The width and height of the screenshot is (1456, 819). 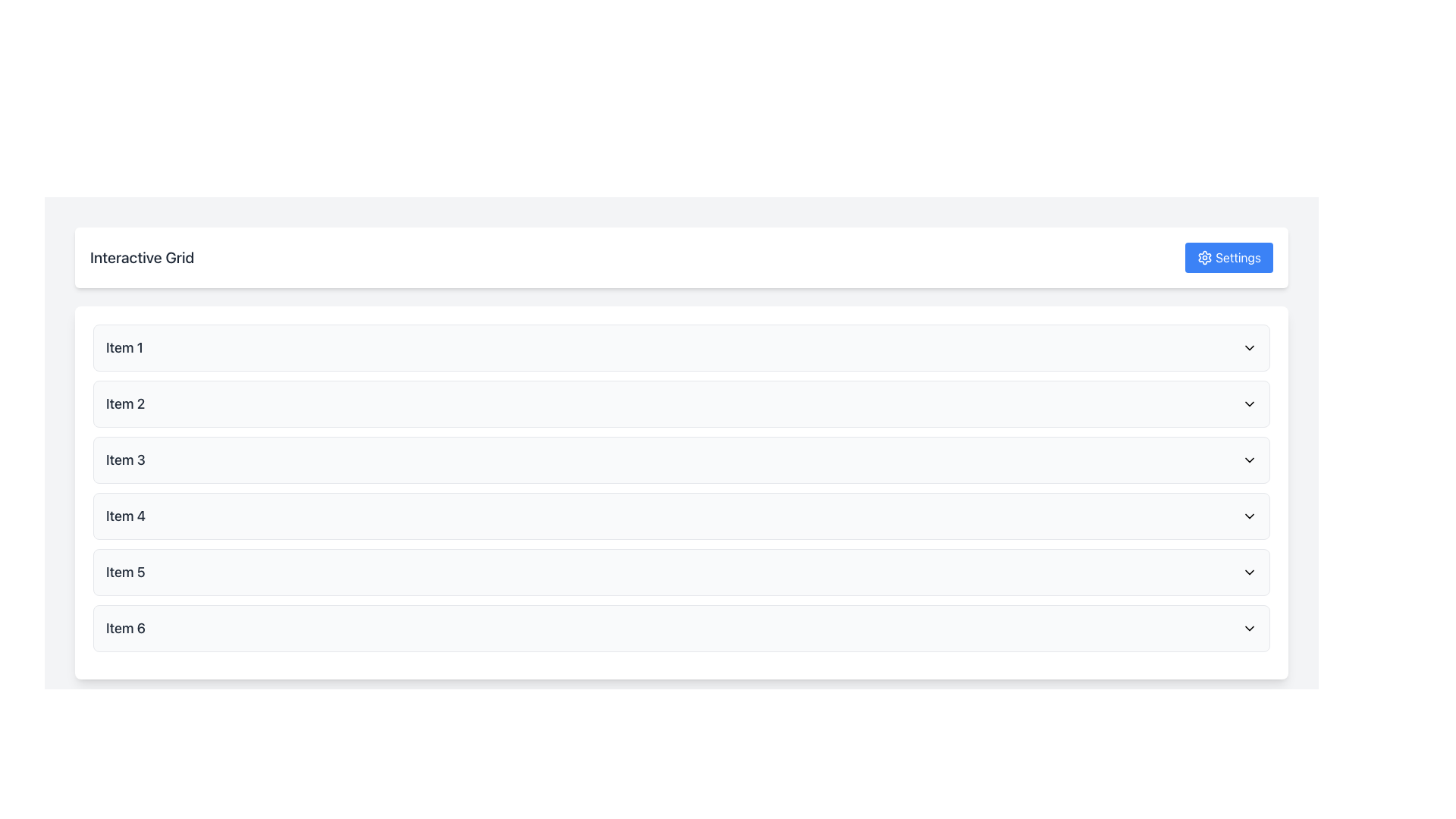 I want to click on on the downward-pointing chevron icon indicating the dropdown menu associated with 'Item 6' located at the rightmost position of its row, so click(x=1249, y=629).